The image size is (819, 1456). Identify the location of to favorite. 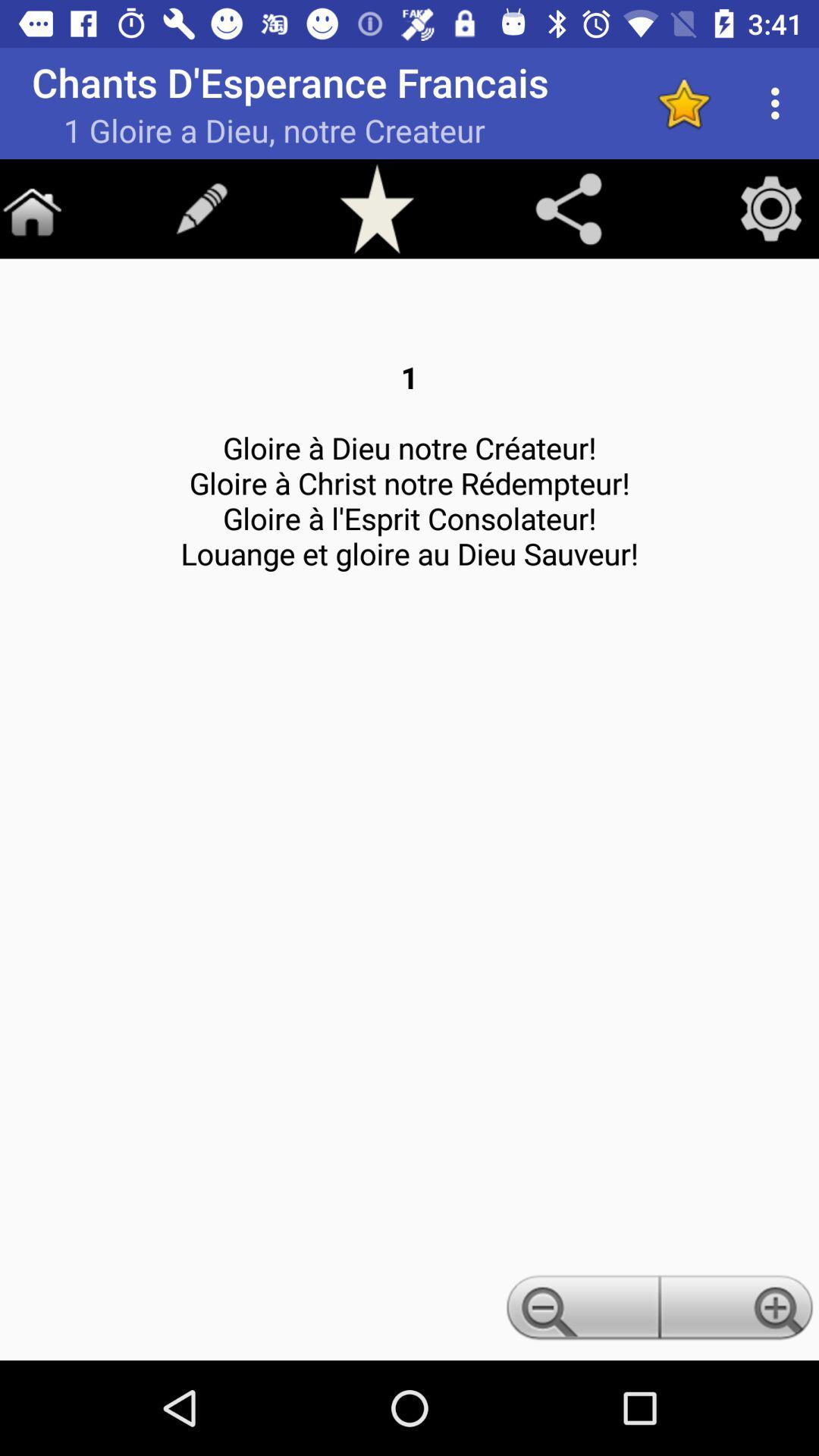
(376, 208).